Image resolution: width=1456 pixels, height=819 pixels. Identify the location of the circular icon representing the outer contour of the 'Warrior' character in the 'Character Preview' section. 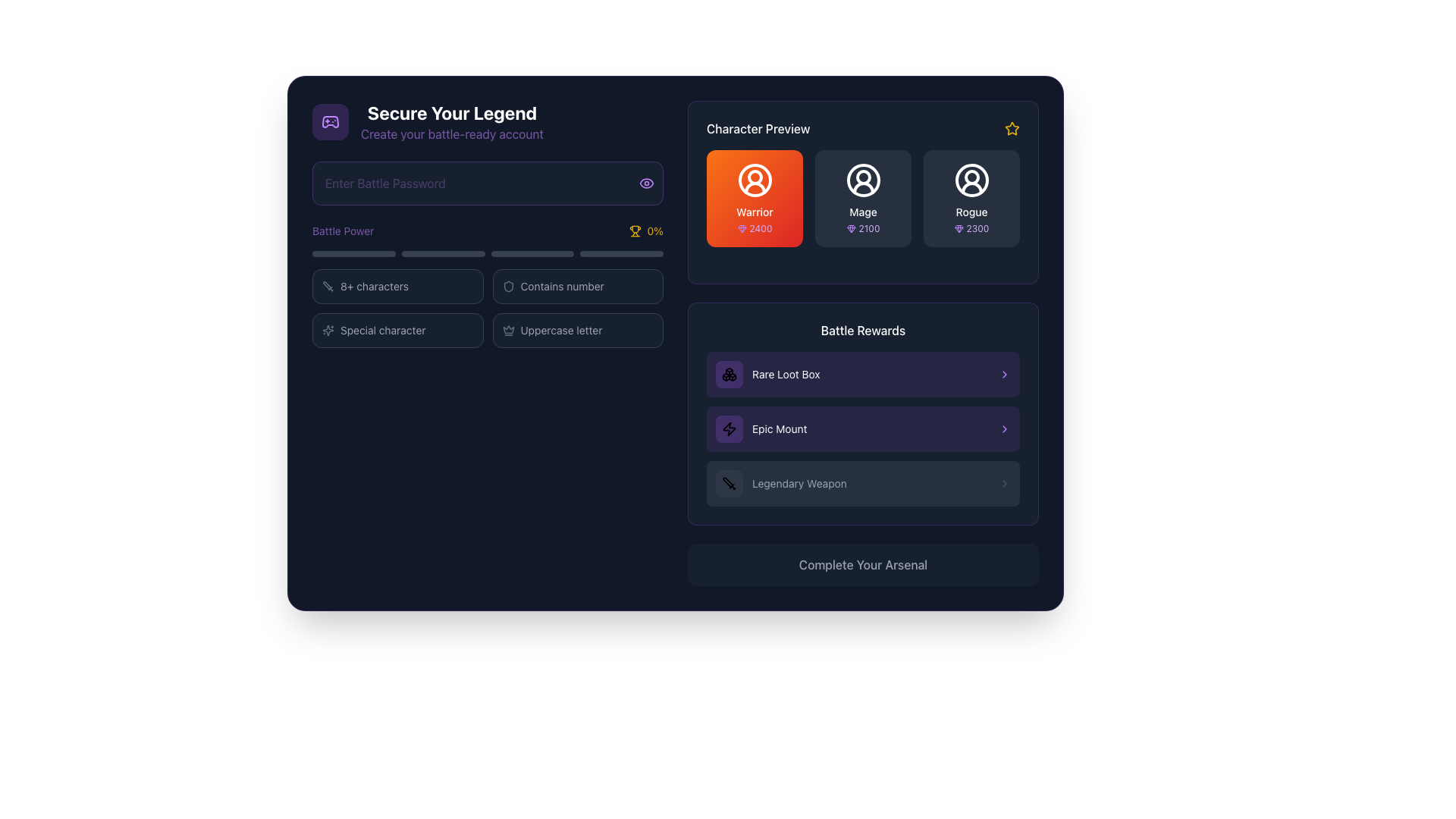
(755, 180).